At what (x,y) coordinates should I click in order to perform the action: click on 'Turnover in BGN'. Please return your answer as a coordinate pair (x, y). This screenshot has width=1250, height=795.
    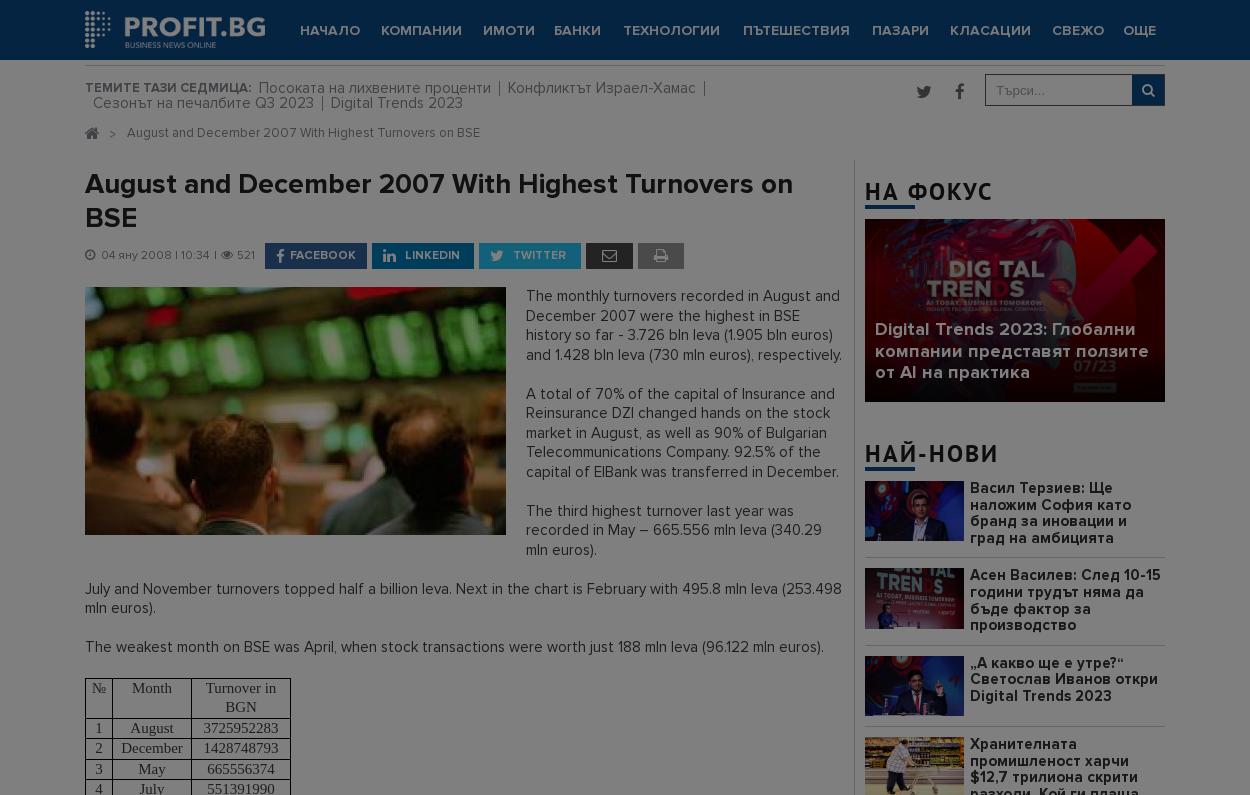
    Looking at the image, I should click on (239, 696).